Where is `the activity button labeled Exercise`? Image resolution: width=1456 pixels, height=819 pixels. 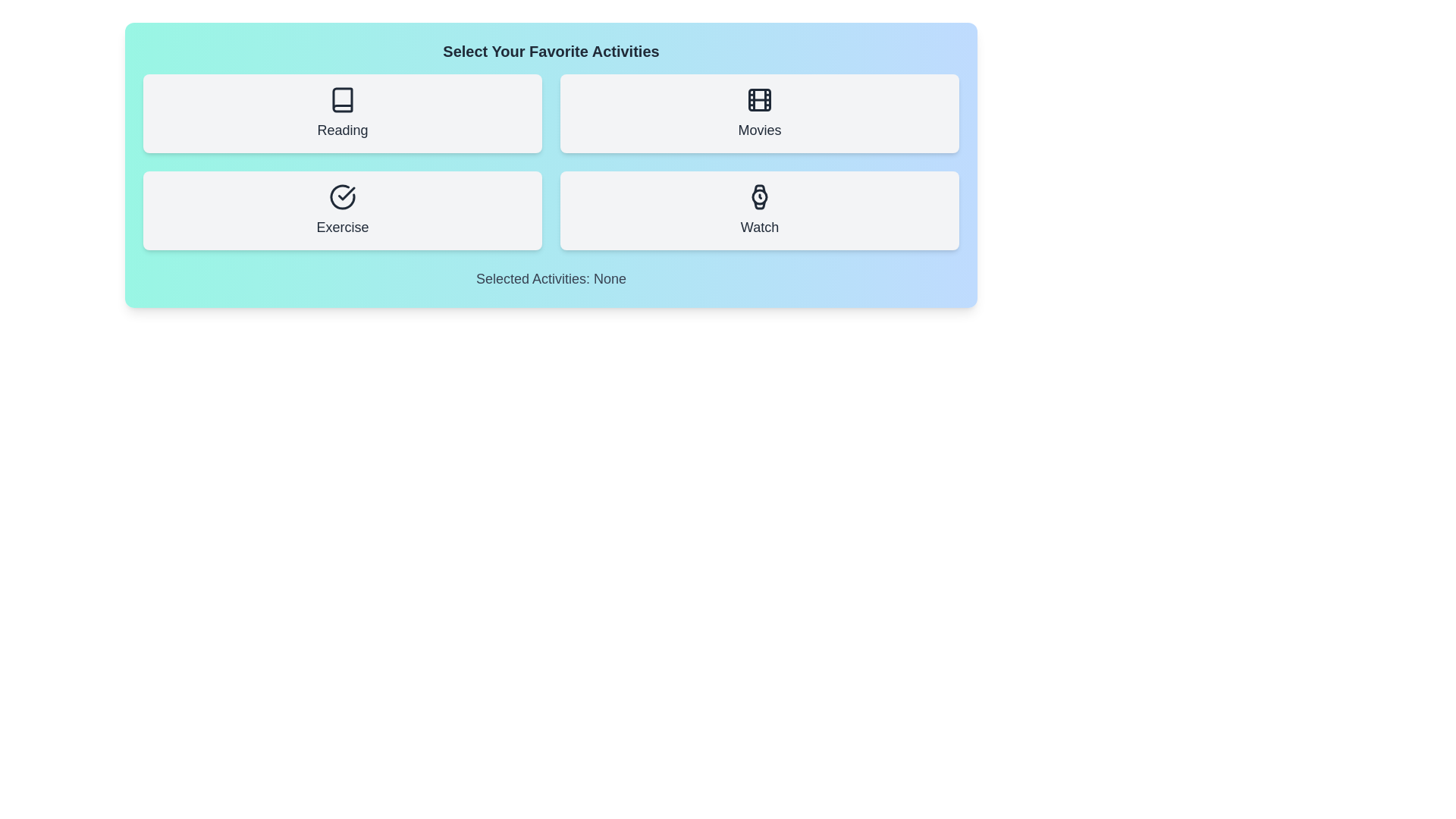 the activity button labeled Exercise is located at coordinates (341, 210).